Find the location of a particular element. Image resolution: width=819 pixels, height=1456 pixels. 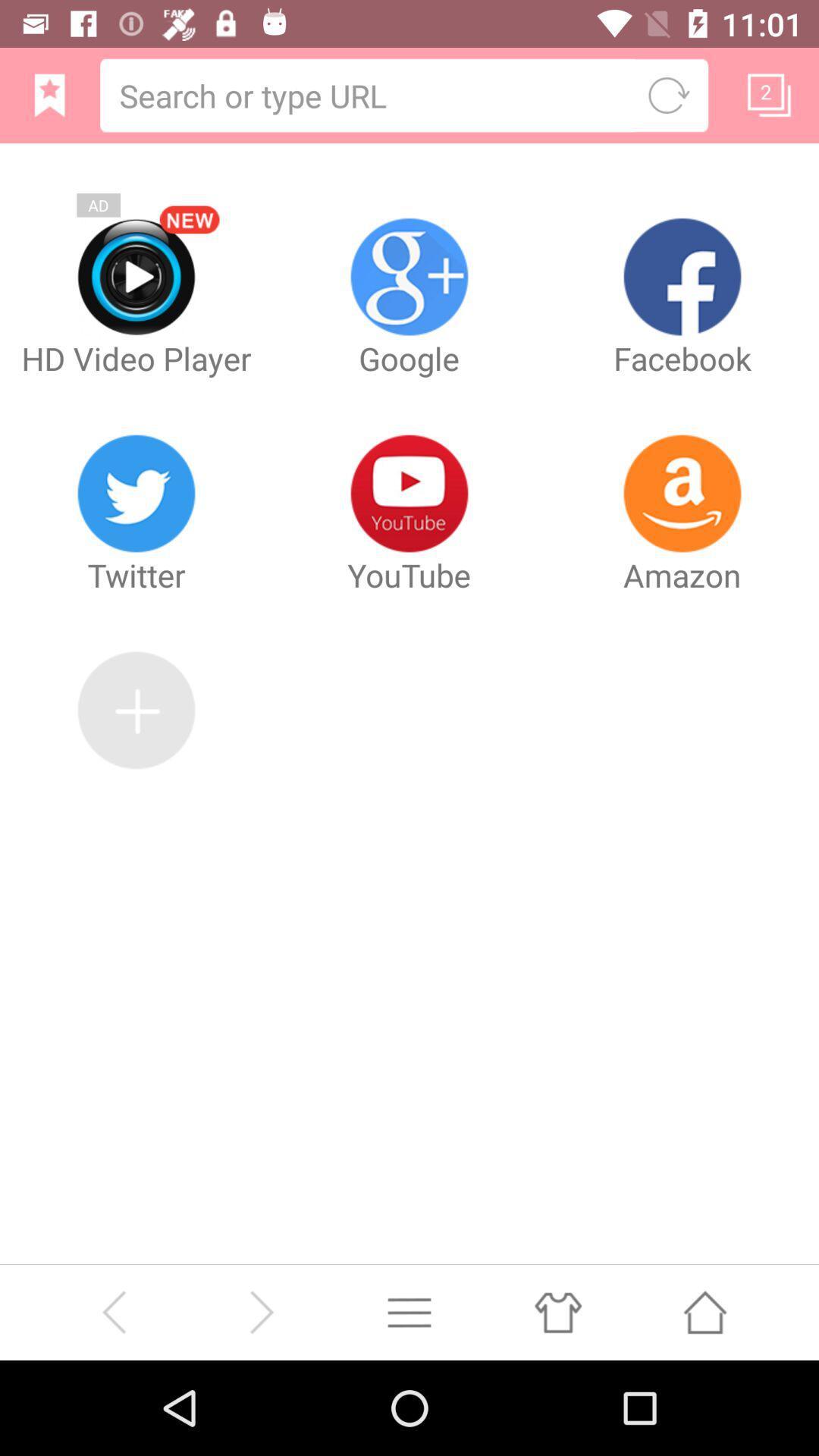

press home button is located at coordinates (704, 1311).